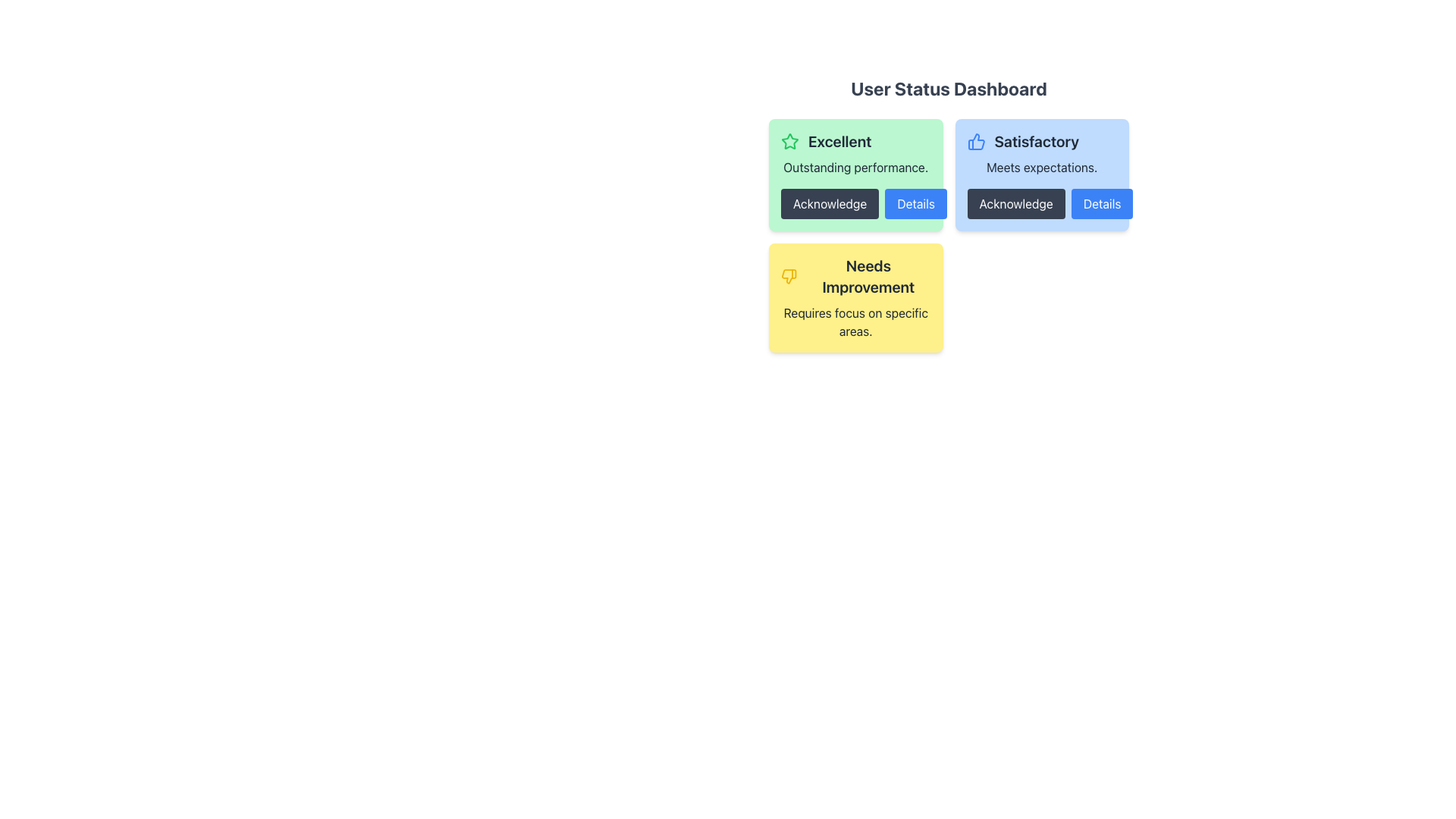 The image size is (1456, 819). Describe the element at coordinates (915, 203) in the screenshot. I see `the second button located under the 'Excellent' section, which is directly to the right of the 'Acknowledge' button` at that location.